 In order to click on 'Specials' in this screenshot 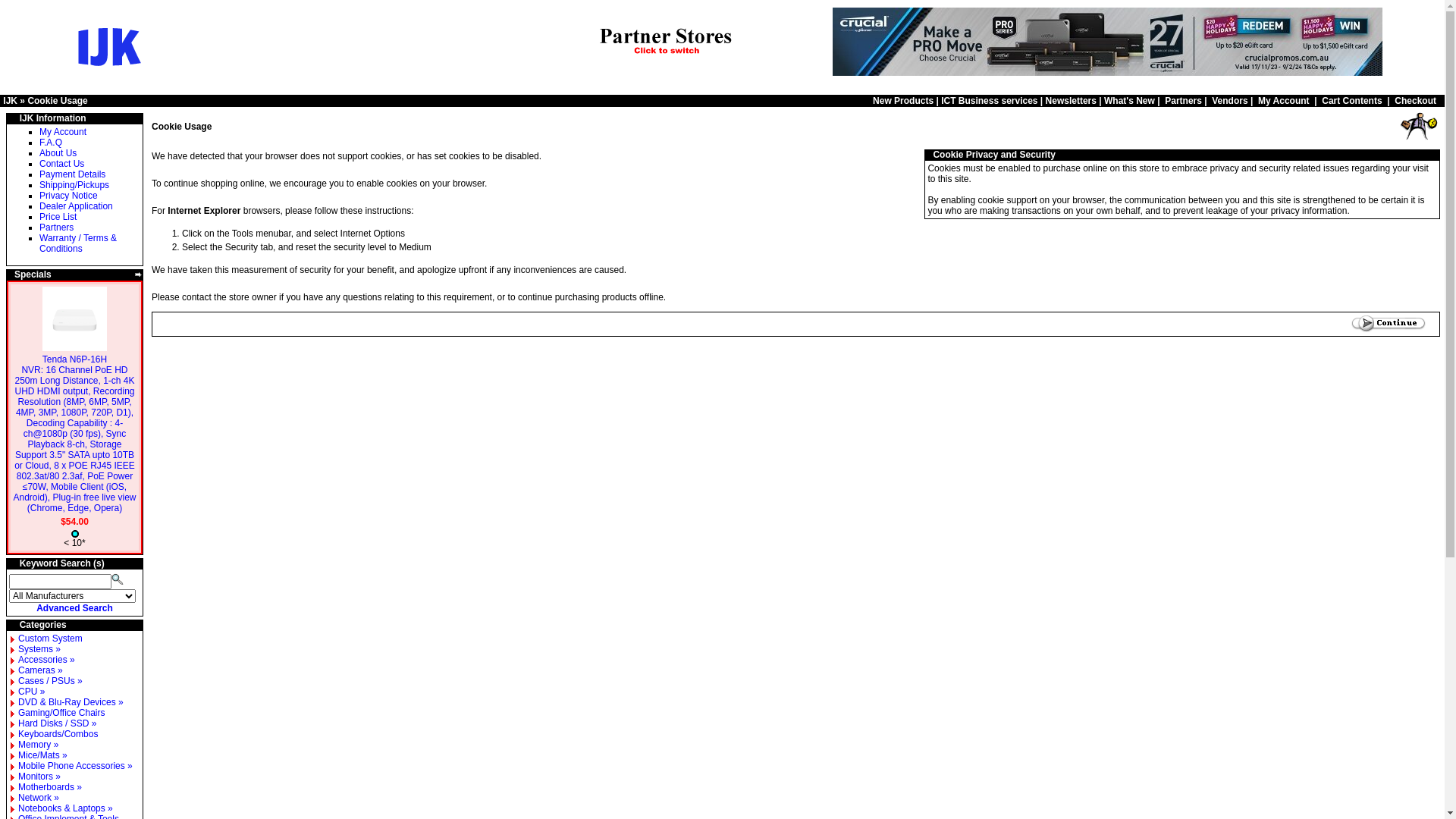, I will do `click(14, 275)`.